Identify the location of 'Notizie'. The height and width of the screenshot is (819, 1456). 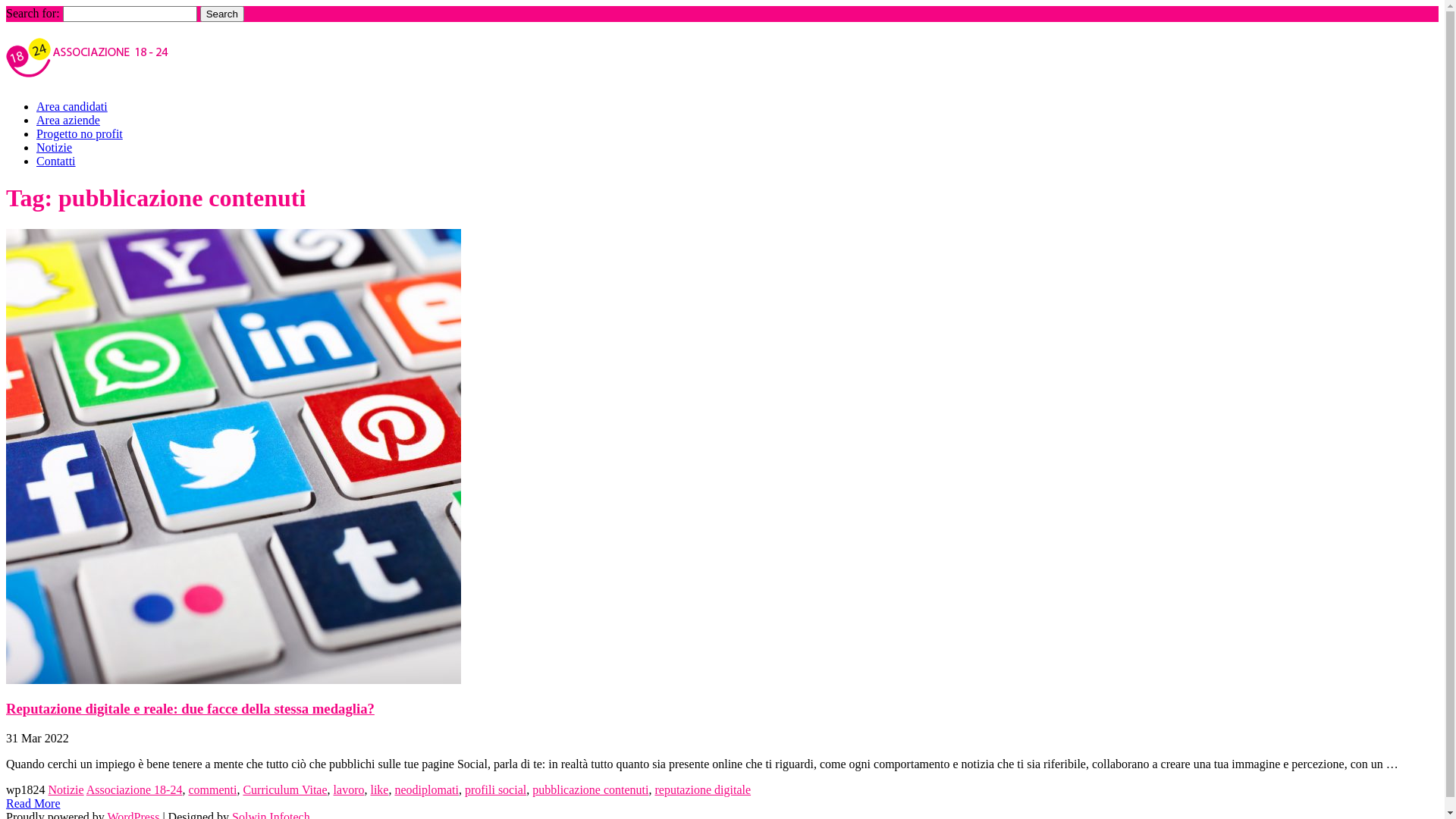
(36, 147).